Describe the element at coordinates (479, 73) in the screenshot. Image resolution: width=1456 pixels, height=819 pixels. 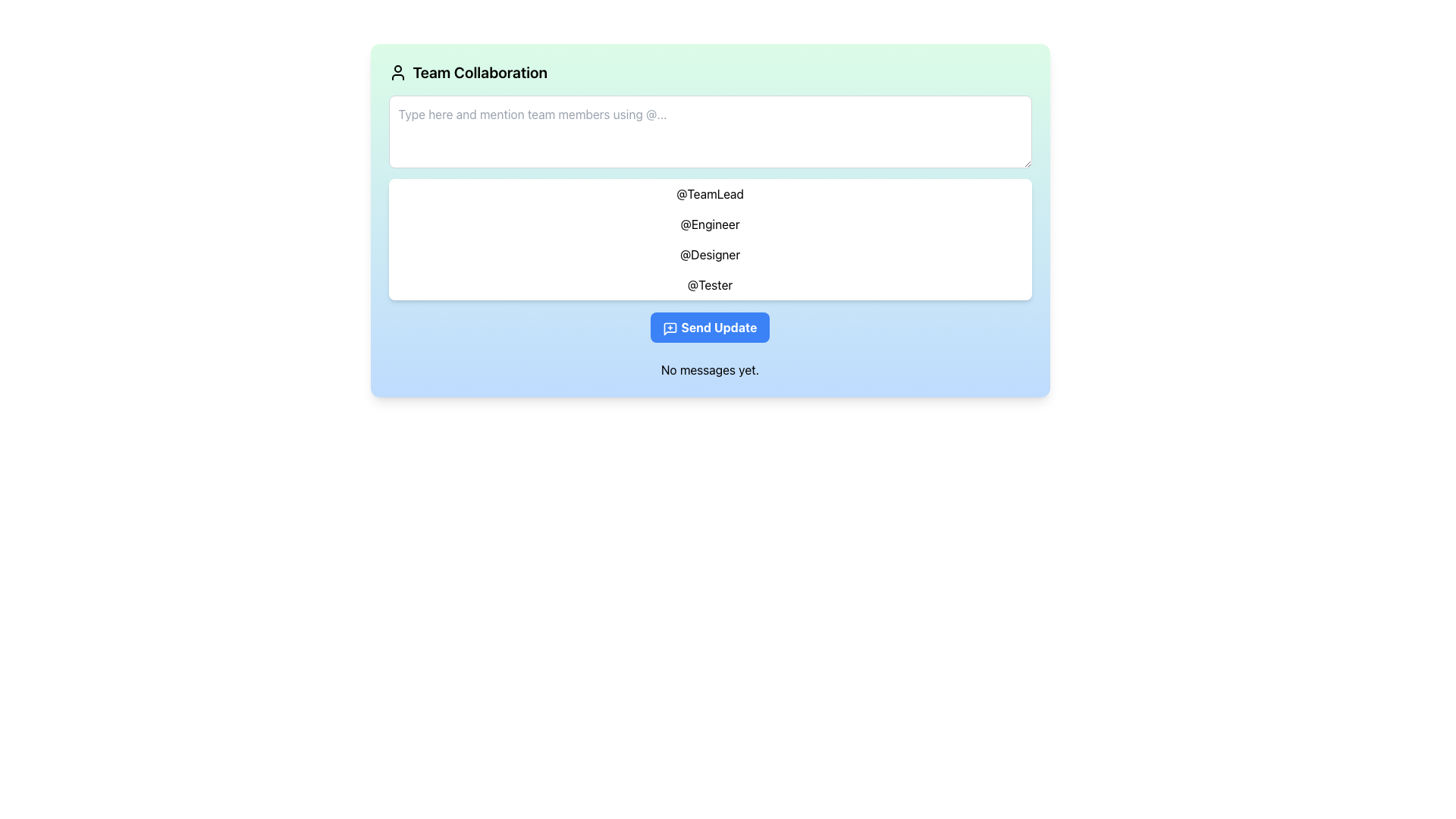
I see `the 'Team Collaboration' text label, which is a prominent heading in bold font located at the top-left region of the card-like component, aligned with a user silhouette icon` at that location.